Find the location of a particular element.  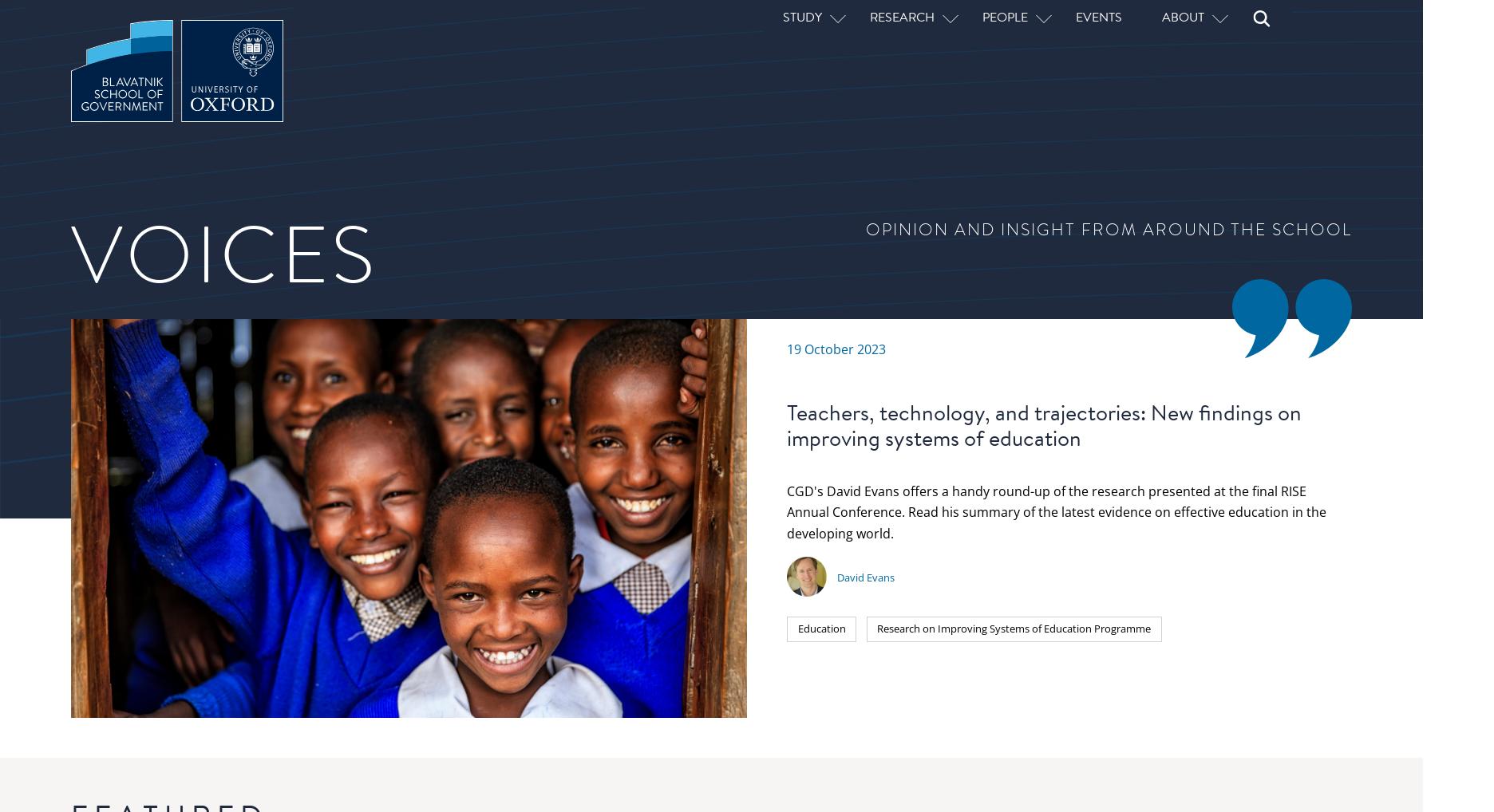

'Service provision in fragile and conflict-affected states: The role of outcomes-based contracts' is located at coordinates (253, 624).